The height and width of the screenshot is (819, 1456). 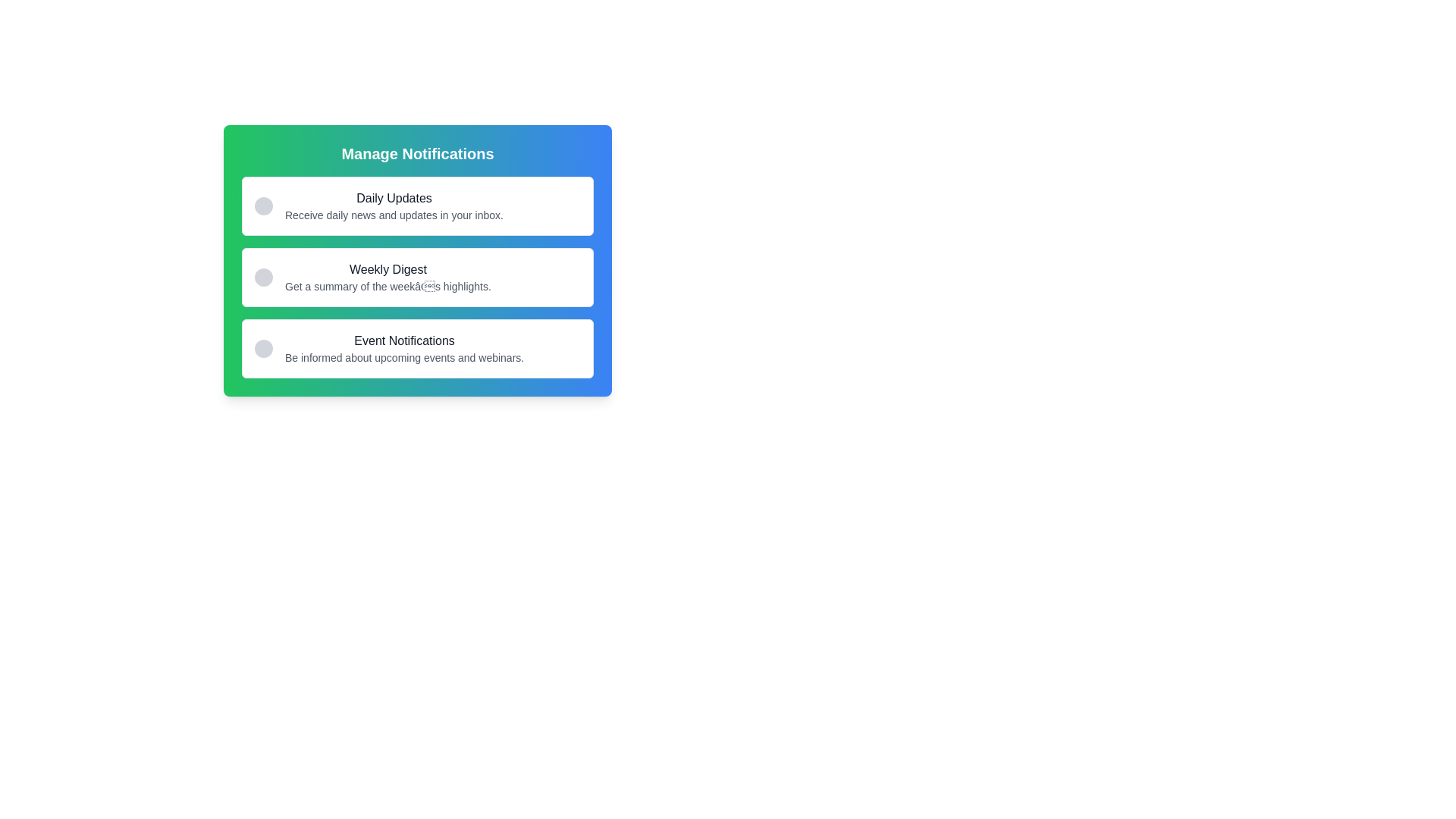 What do you see at coordinates (388, 268) in the screenshot?
I see `the Text Label that describes the notification option in the 'Manage Notifications' section, positioned between 'Daily Updates' and 'Event Notifications'` at bounding box center [388, 268].